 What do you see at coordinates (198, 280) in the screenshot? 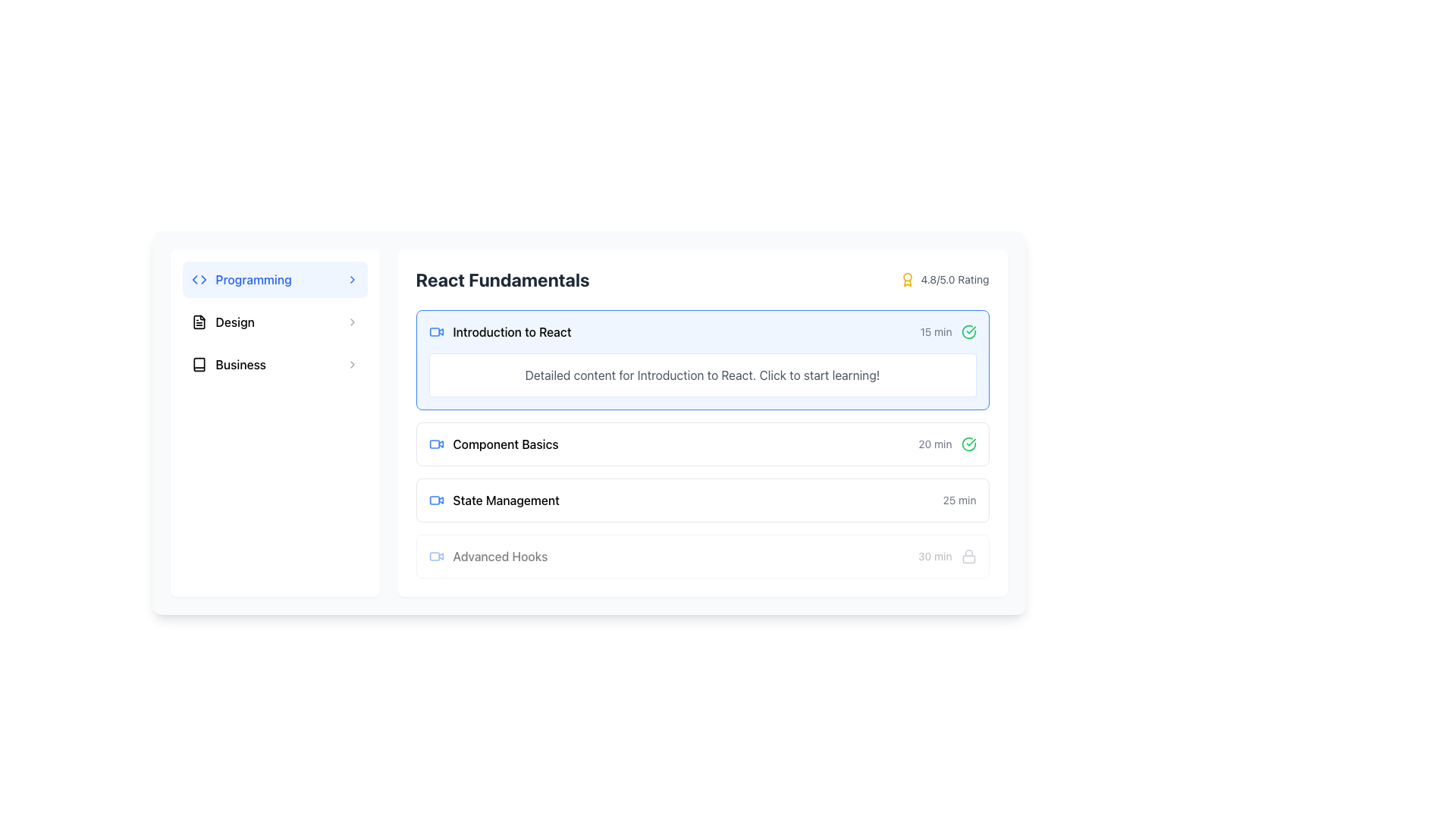
I see `the SVG icon representing the 'Programming' category, located in the left sidebar next to the 'Programming' text label` at bounding box center [198, 280].